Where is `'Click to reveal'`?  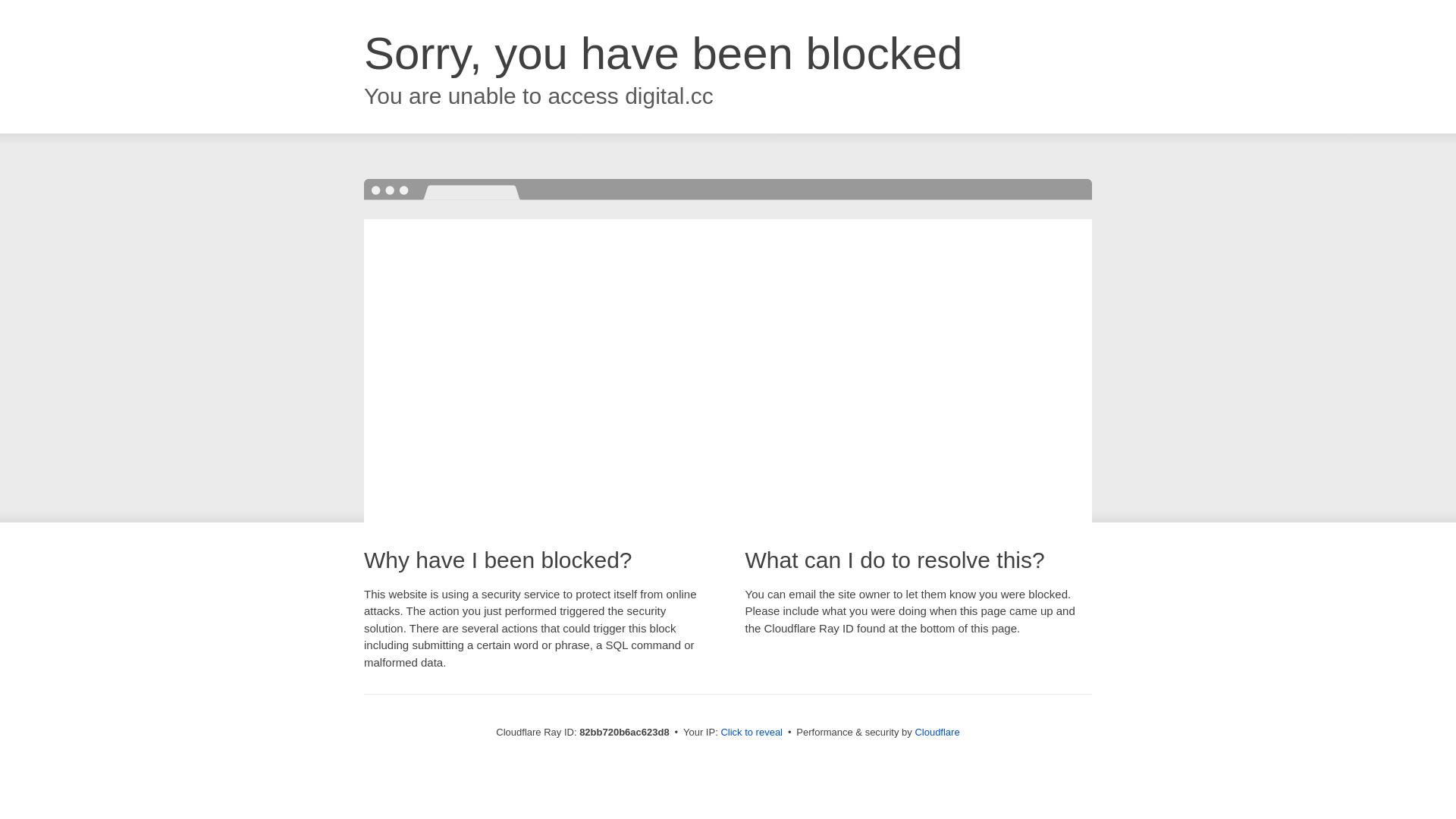
'Click to reveal' is located at coordinates (720, 731).